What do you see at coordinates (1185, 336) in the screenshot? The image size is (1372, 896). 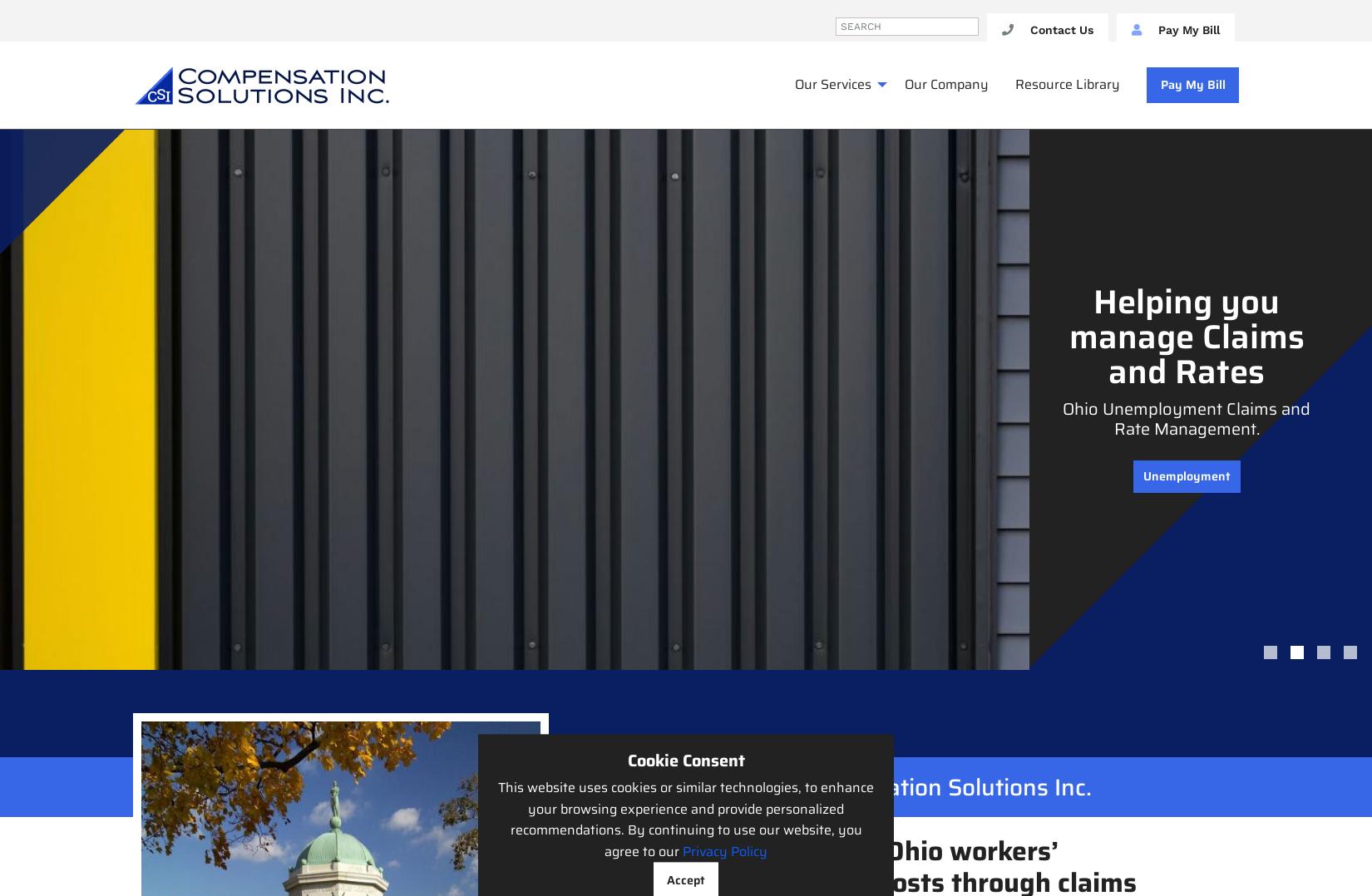 I see `'Helping you manage Claims and Rates'` at bounding box center [1185, 336].